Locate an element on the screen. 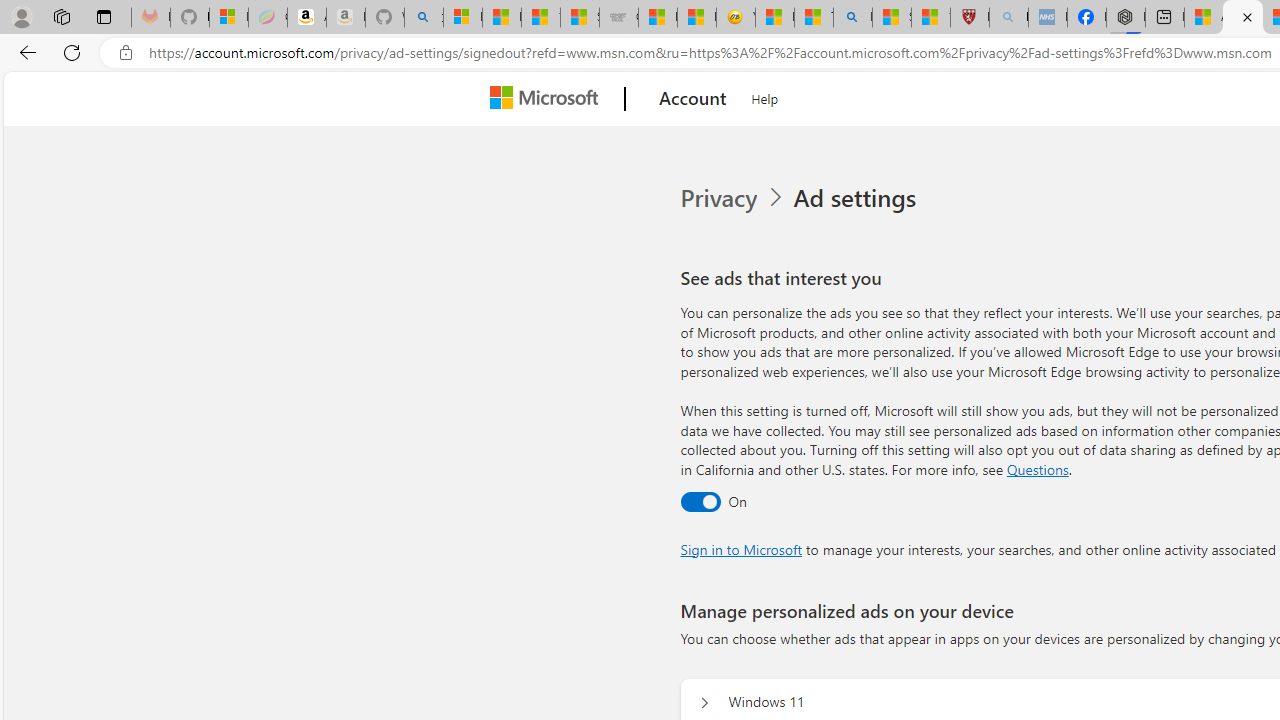  'Ad settings toggle' is located at coordinates (700, 500).